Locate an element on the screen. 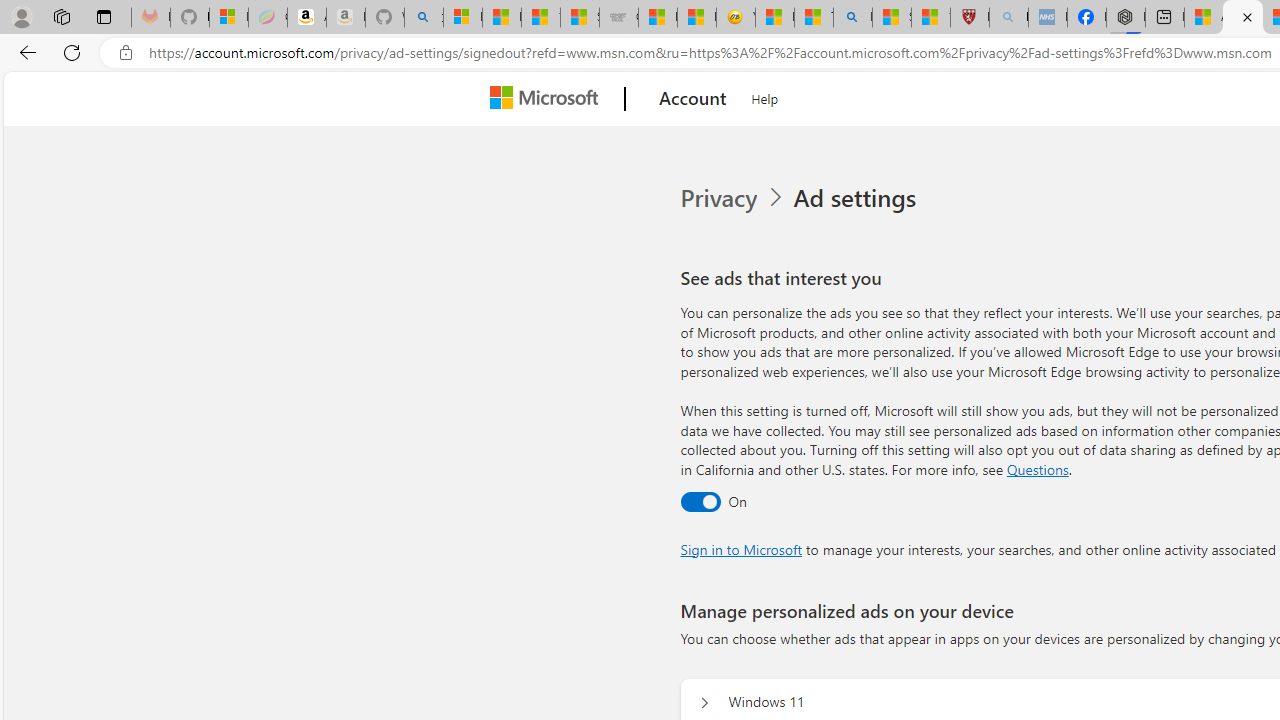  'Ad settings toggle' is located at coordinates (700, 500).